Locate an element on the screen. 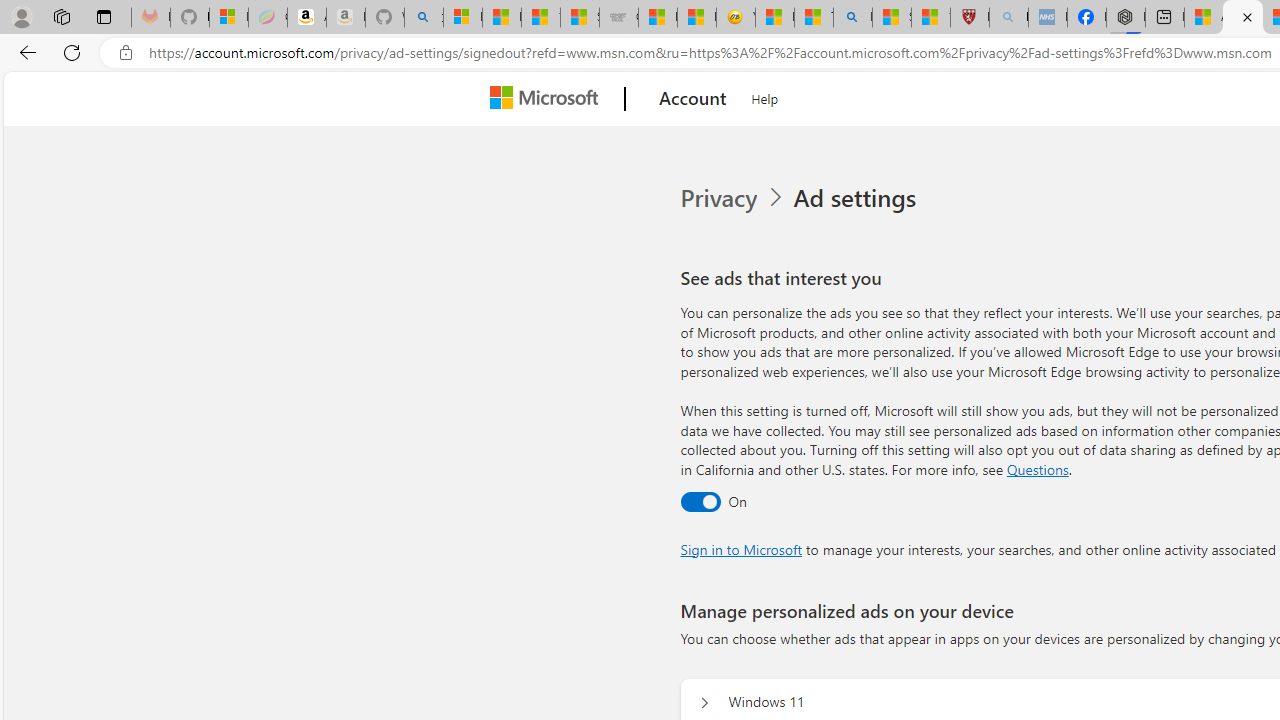  'Ad settings toggle' is located at coordinates (700, 500).